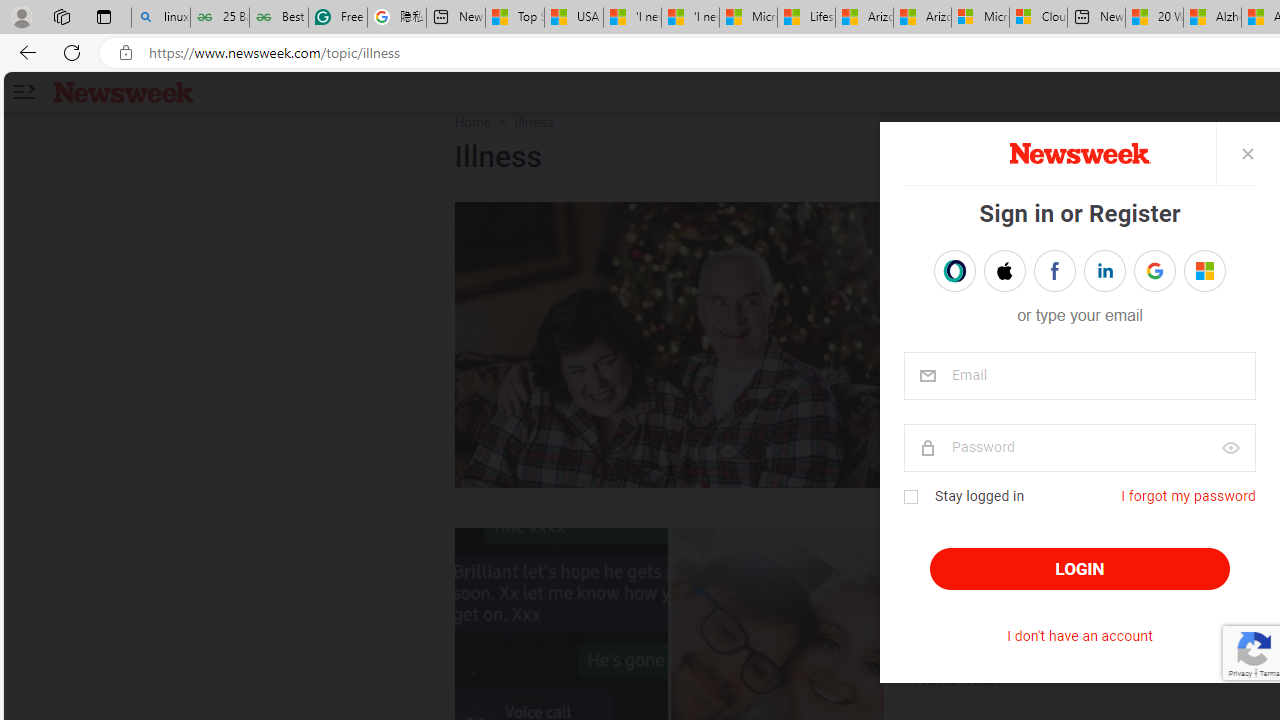 The height and width of the screenshot is (720, 1280). Describe the element at coordinates (1004, 271) in the screenshot. I see `'Sign in with APPLE'` at that location.